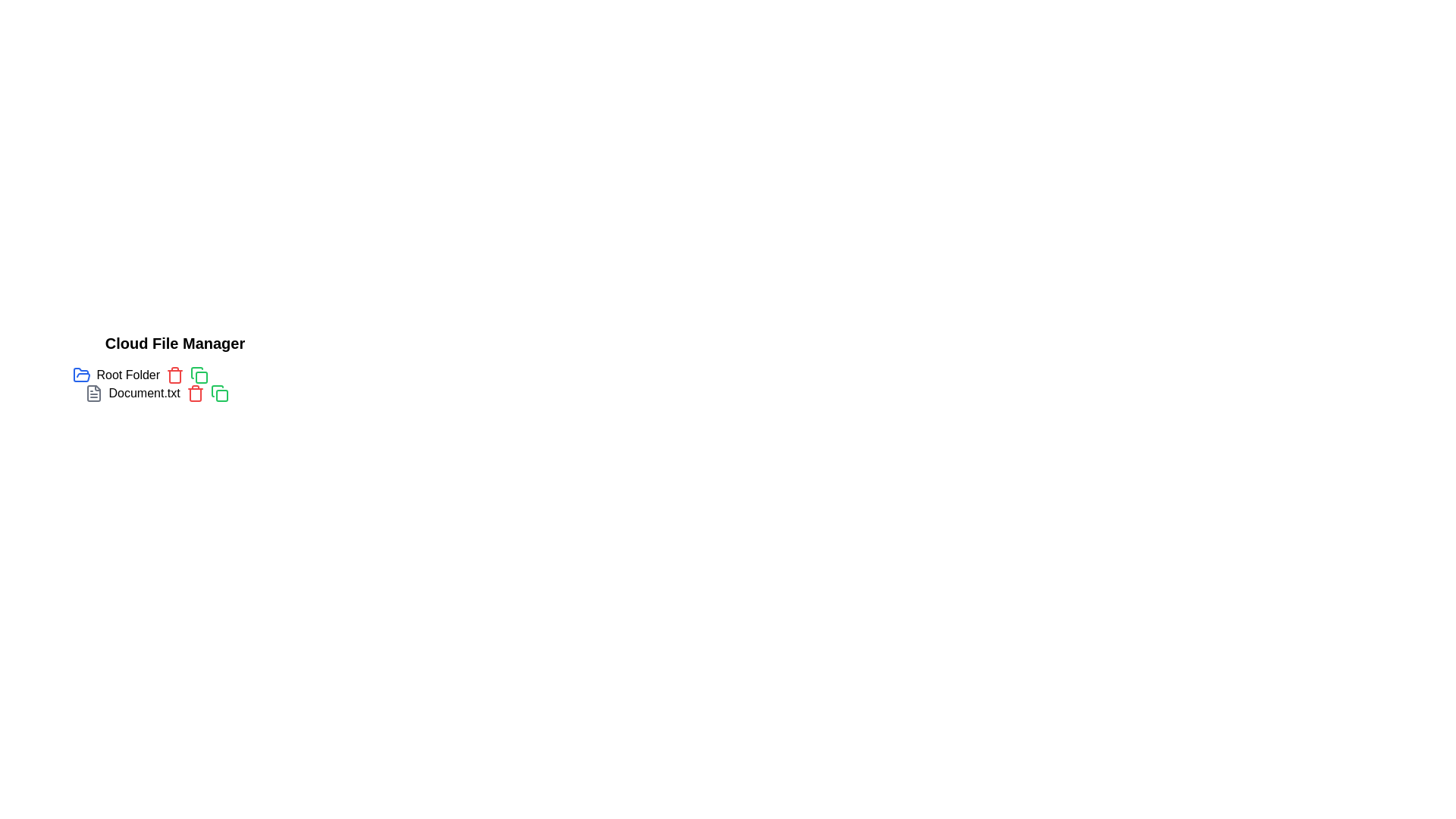  What do you see at coordinates (194, 393) in the screenshot?
I see `the delete icon button associated with the file 'Document.txt'` at bounding box center [194, 393].